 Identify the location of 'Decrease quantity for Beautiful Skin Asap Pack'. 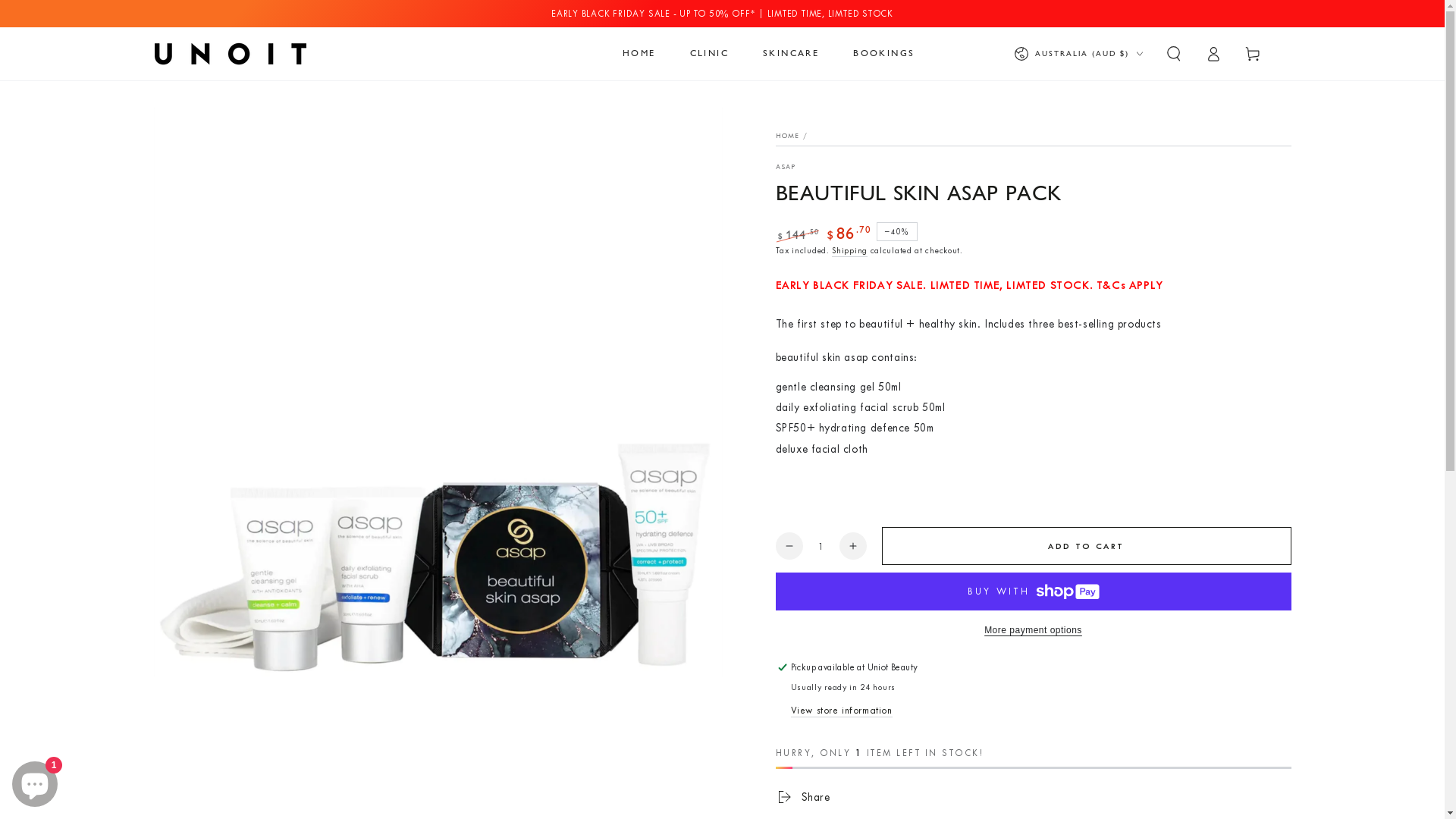
(789, 546).